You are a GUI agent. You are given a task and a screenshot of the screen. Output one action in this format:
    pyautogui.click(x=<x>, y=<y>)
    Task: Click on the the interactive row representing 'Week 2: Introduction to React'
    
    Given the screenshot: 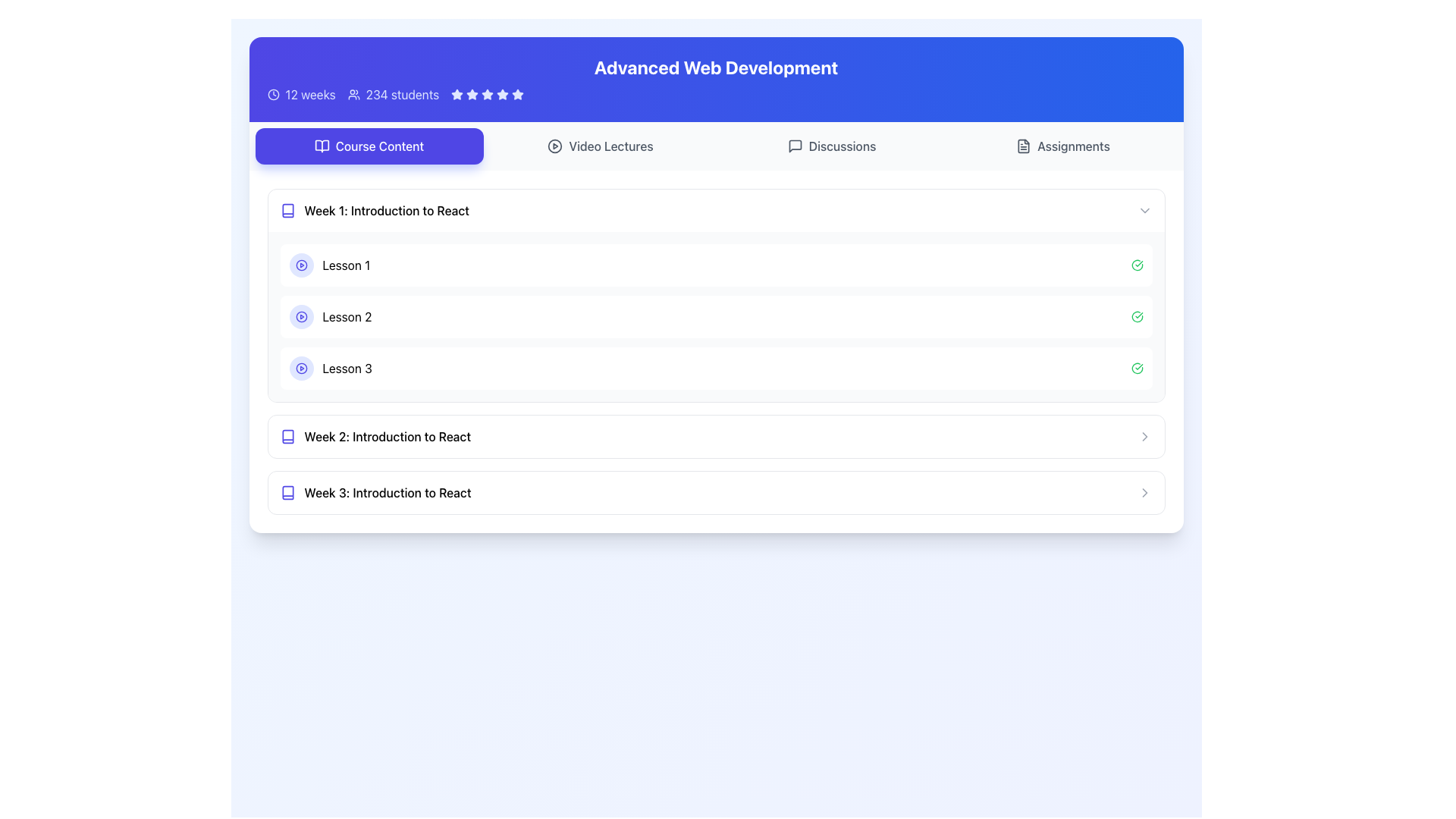 What is the action you would take?
    pyautogui.click(x=715, y=436)
    